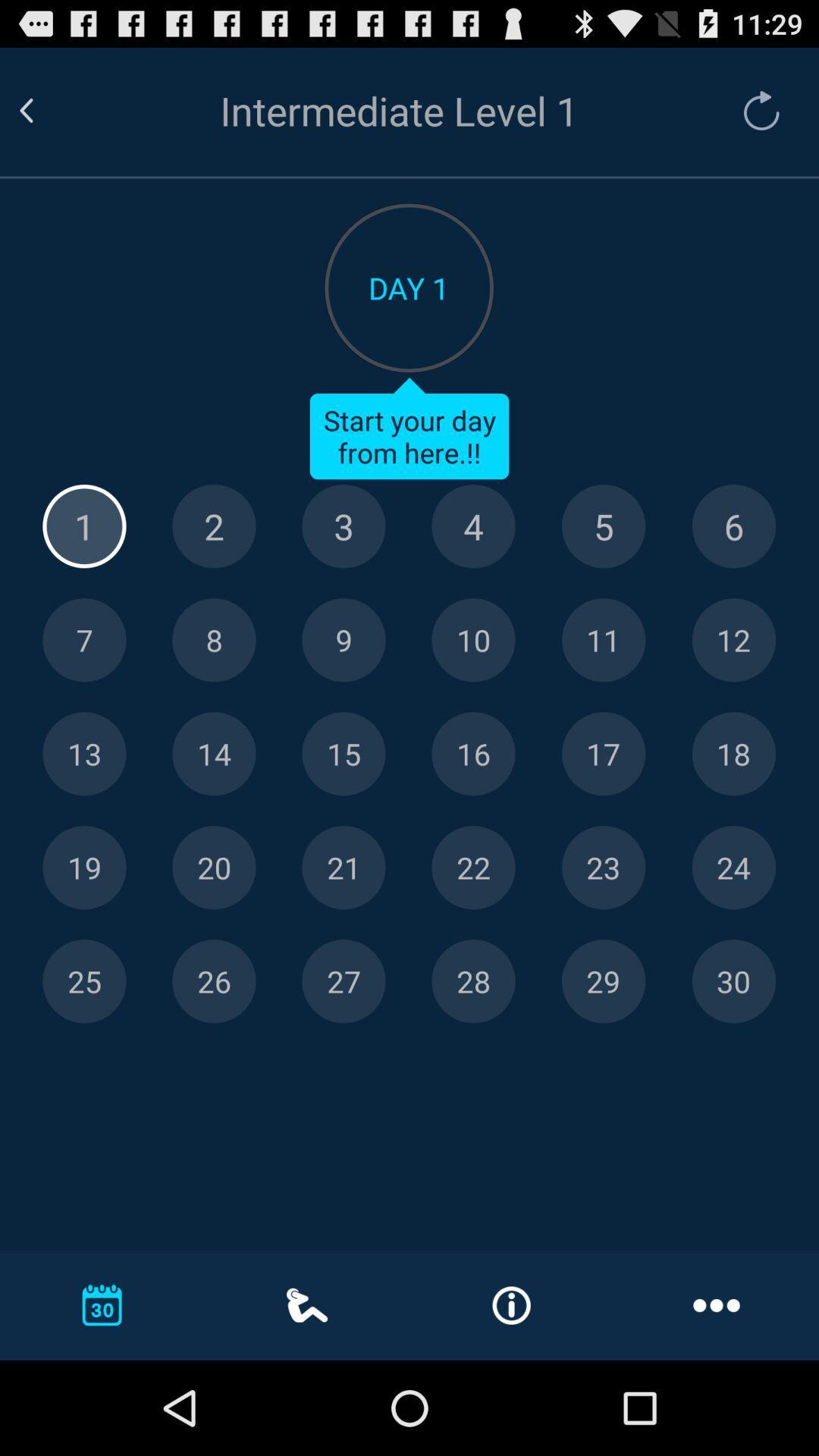 The height and width of the screenshot is (1456, 819). Describe the element at coordinates (102, 1304) in the screenshot. I see `the callender icon which is at the bottom left corner` at that location.